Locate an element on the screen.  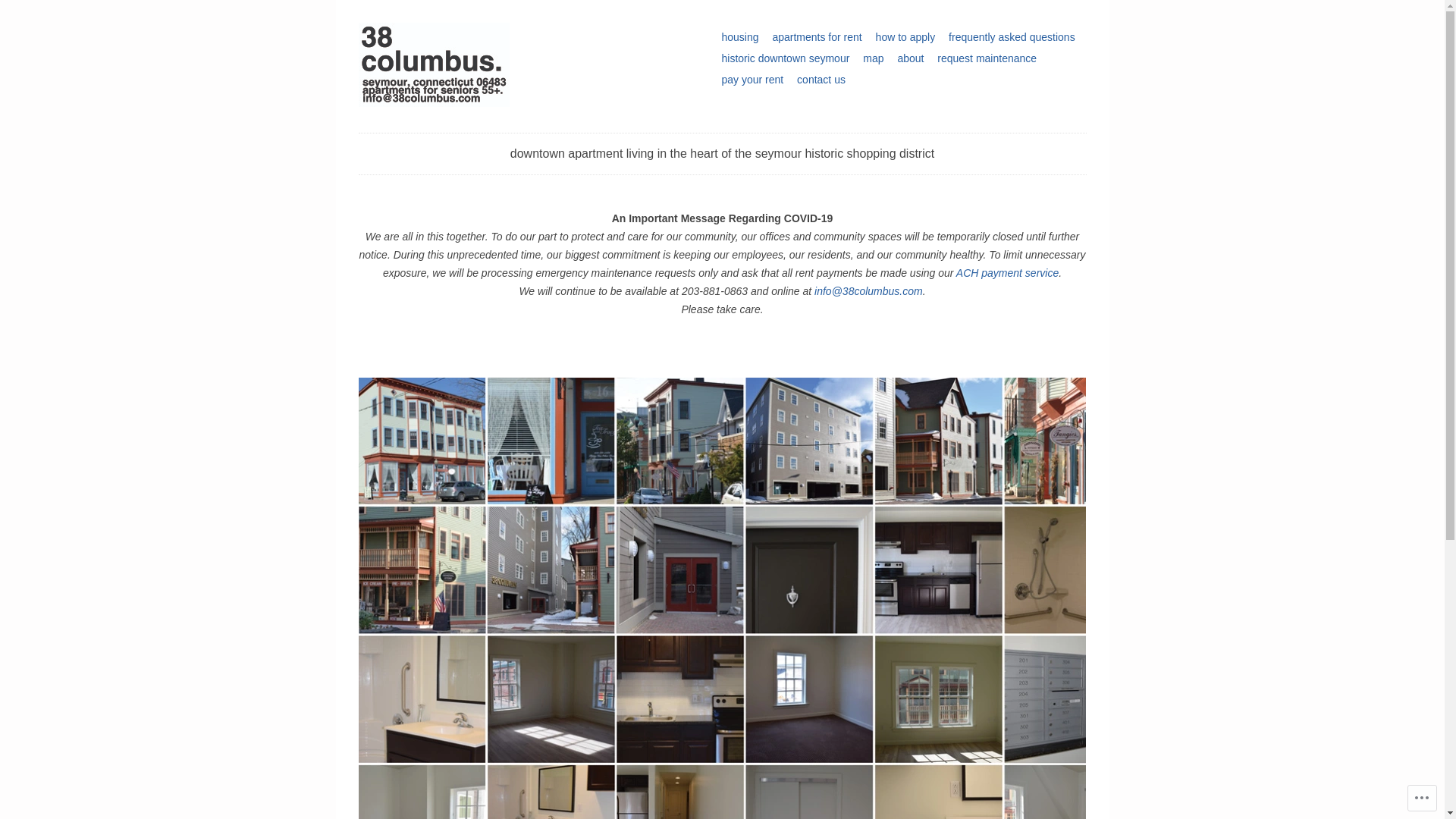
'contact us' is located at coordinates (821, 79).